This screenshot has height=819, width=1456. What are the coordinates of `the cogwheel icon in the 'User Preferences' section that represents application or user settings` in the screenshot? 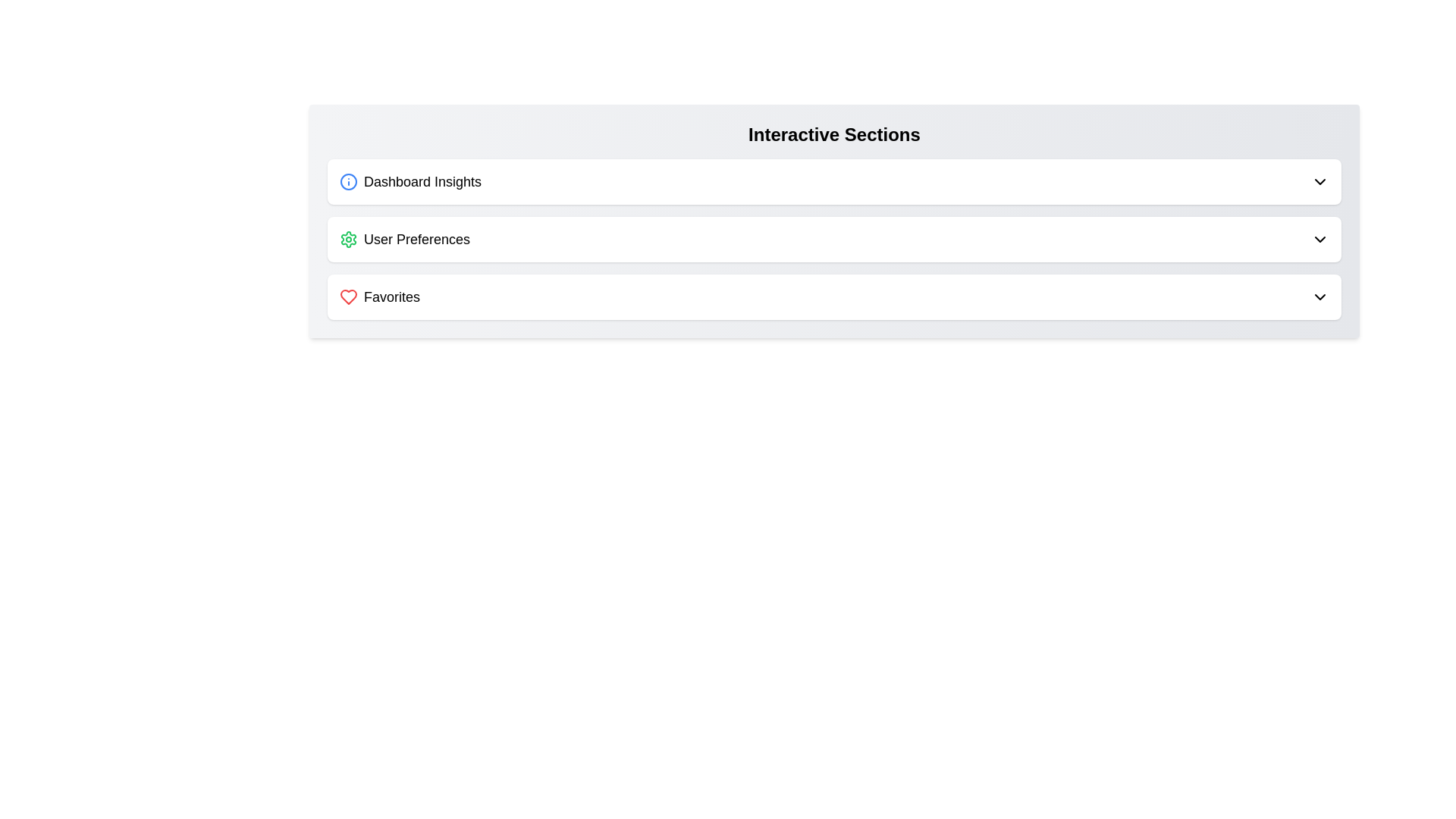 It's located at (348, 239).